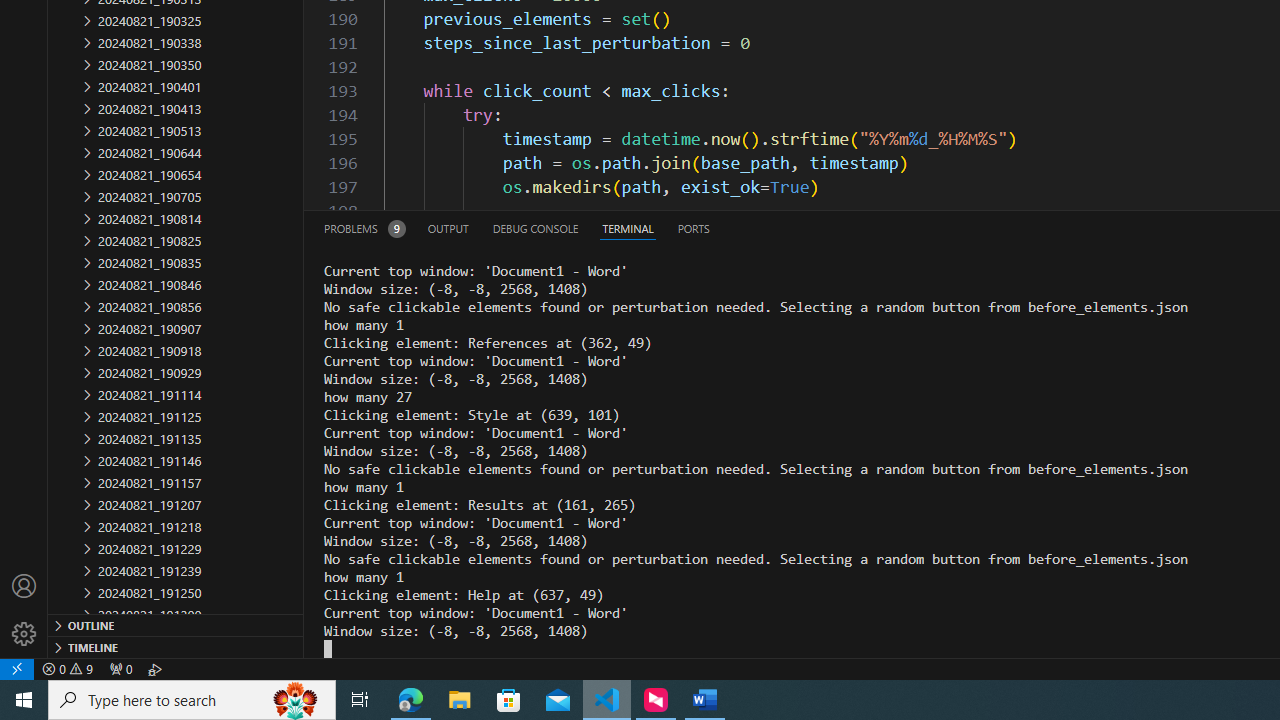 The image size is (1280, 720). Describe the element at coordinates (447, 227) in the screenshot. I see `'Output (Ctrl+Shift+U)'` at that location.